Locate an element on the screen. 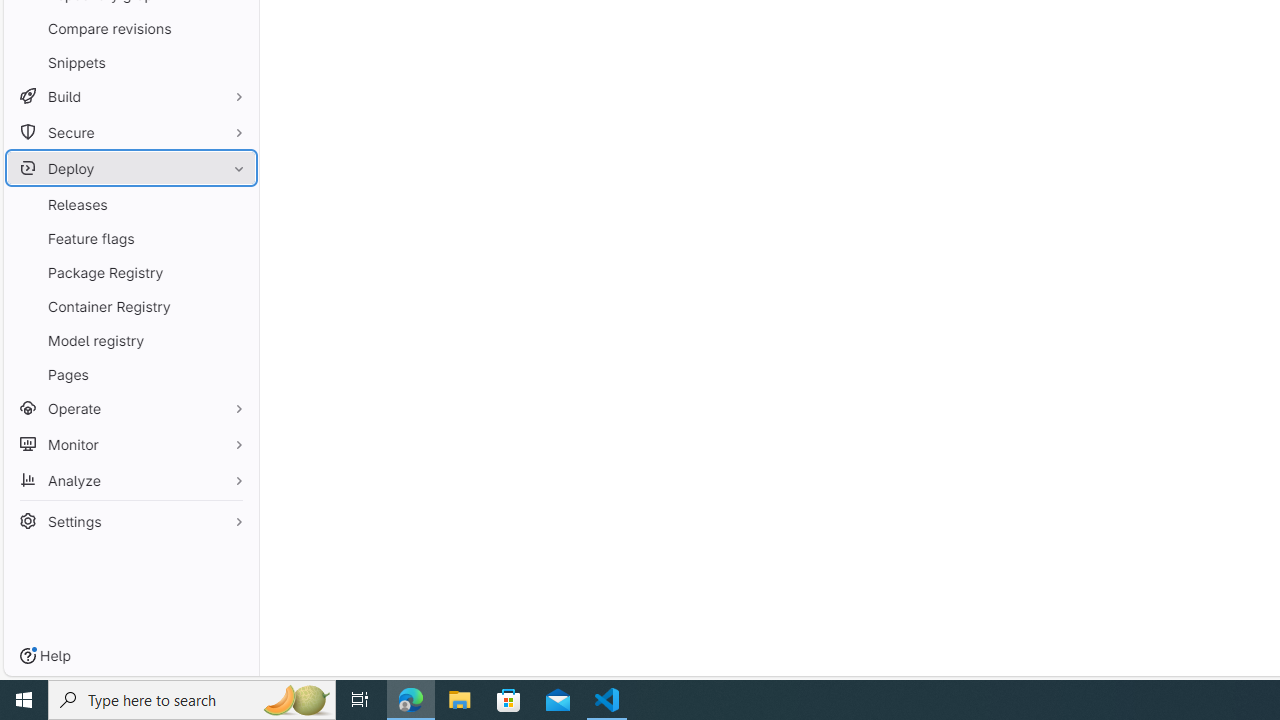  'Pages' is located at coordinates (130, 374).